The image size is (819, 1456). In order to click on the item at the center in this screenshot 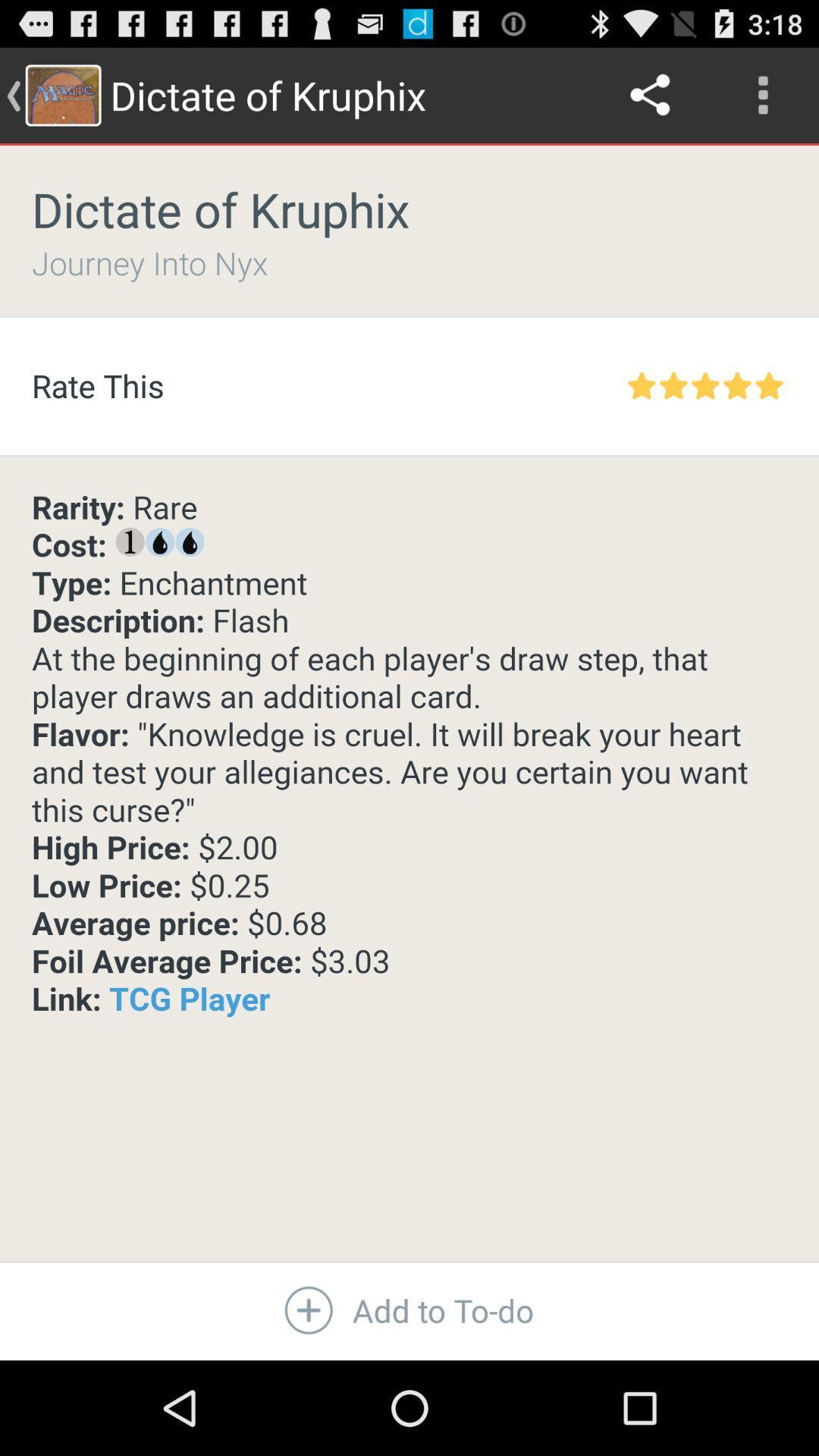, I will do `click(409, 754)`.